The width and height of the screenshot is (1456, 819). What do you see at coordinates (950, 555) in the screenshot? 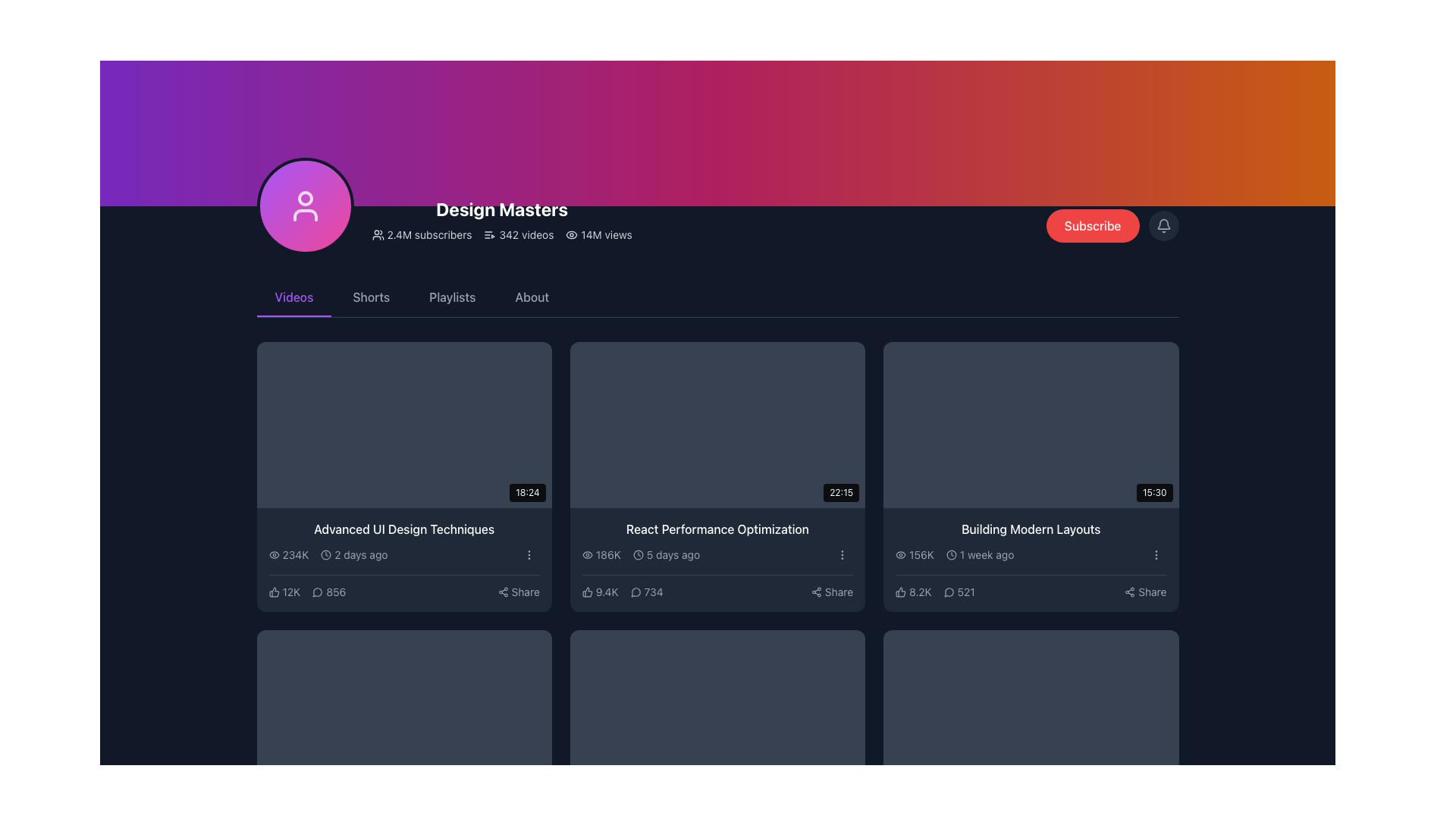
I see `the temporal context icon located next to the '1 week ago' text under the 'Building Modern Layouts' video card in the third column of the top row of the video grid` at bounding box center [950, 555].